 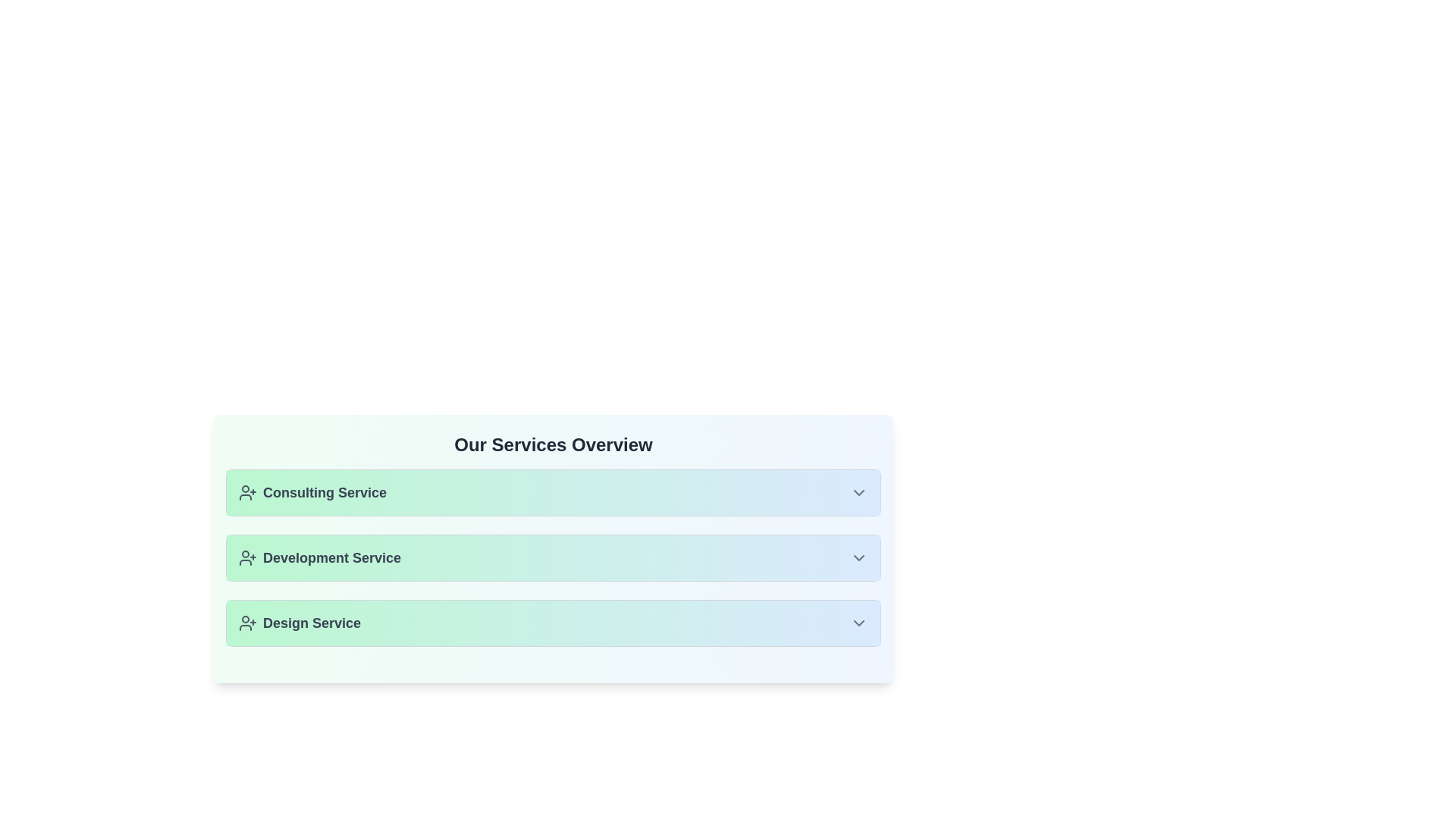 What do you see at coordinates (858, 558) in the screenshot?
I see `the downward-facing chevron icon, which serves as a dropdown indicator located in the bottom-right corner of the 'Development Service' bar` at bounding box center [858, 558].